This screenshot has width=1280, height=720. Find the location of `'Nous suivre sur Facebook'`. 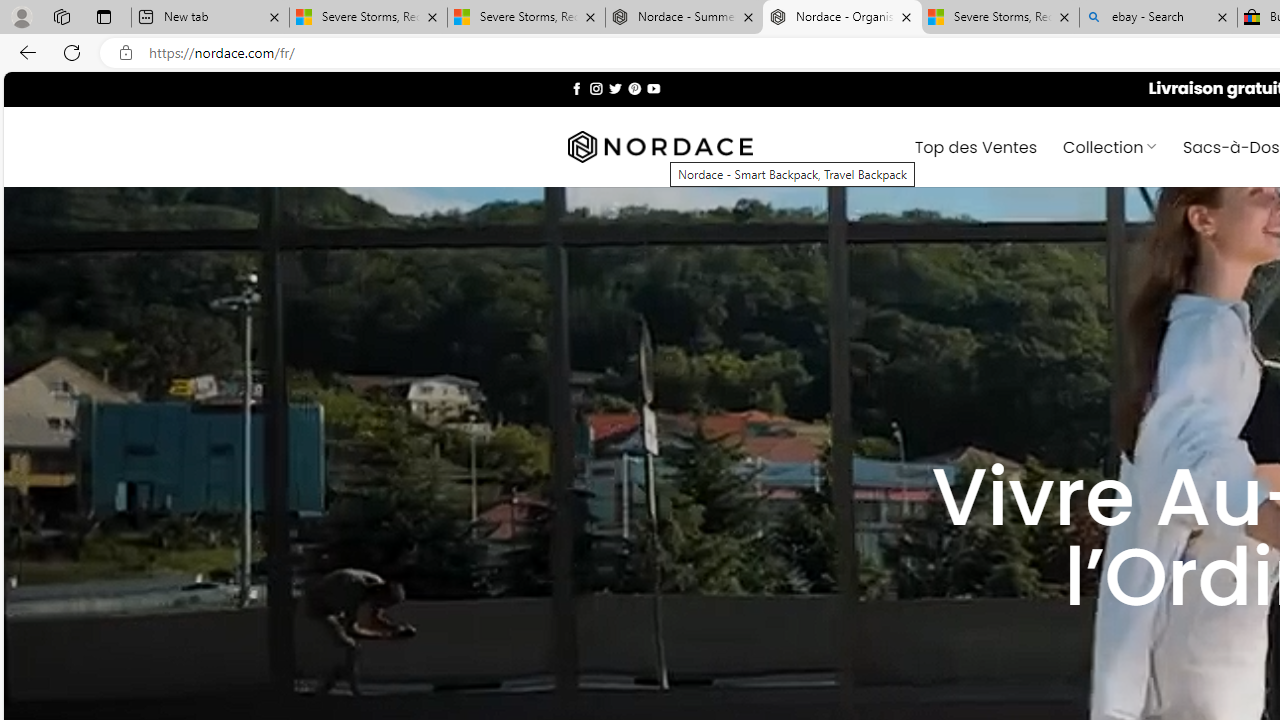

'Nous suivre sur Facebook' is located at coordinates (576, 87).